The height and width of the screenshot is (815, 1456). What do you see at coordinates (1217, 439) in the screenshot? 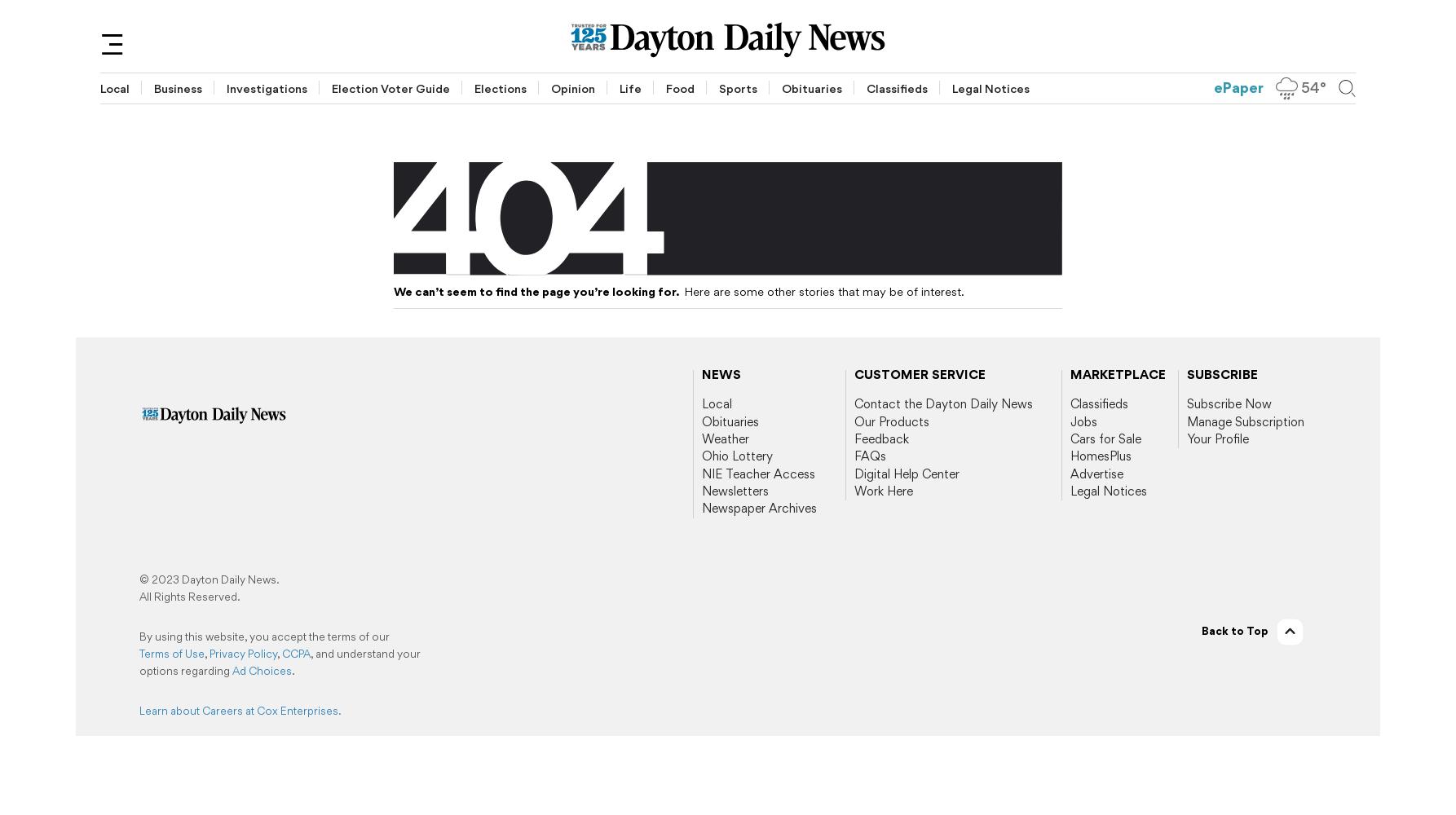
I see `'Your Profile'` at bounding box center [1217, 439].